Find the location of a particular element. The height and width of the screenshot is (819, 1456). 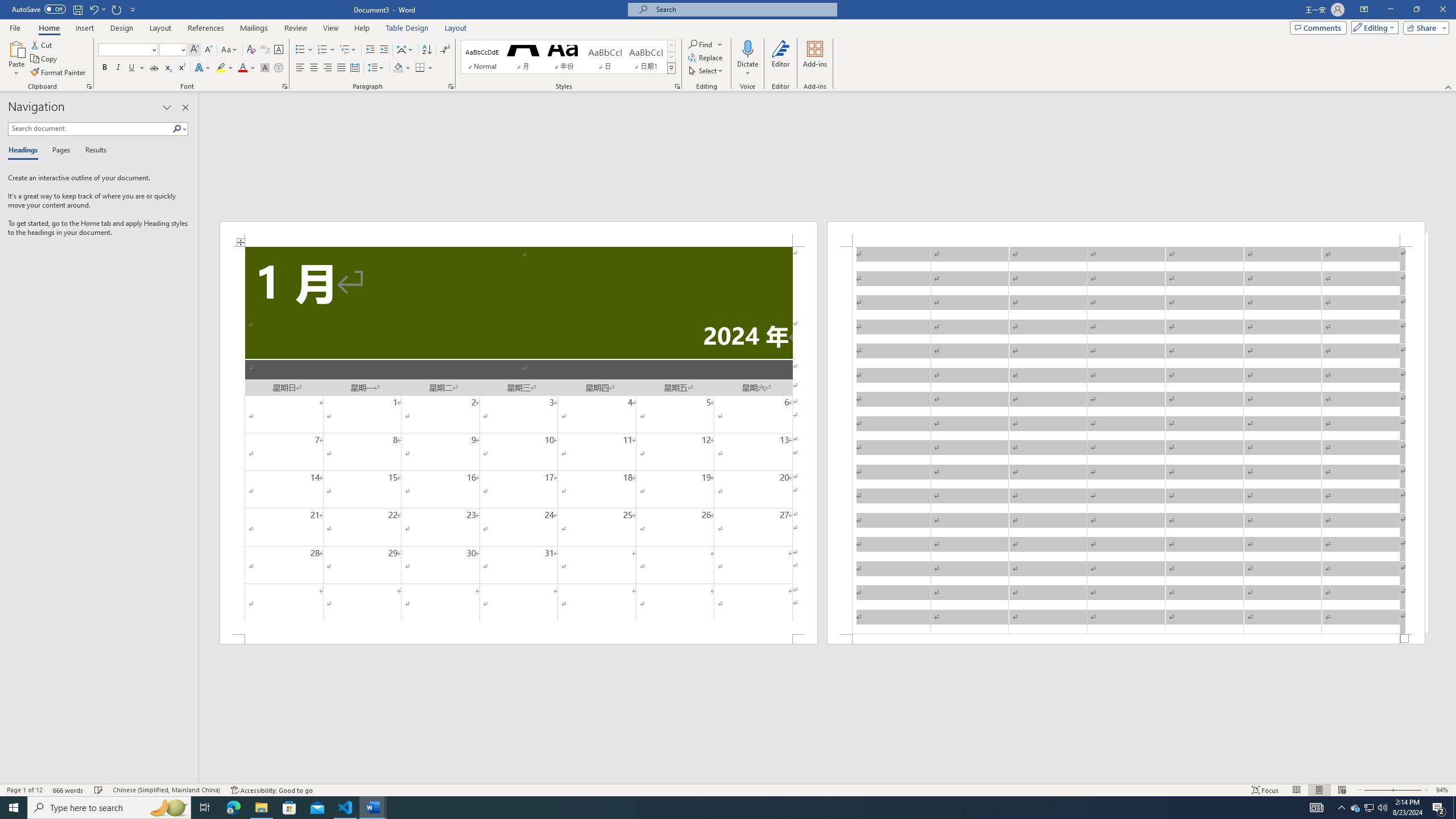

'Undo Grow Font' is located at coordinates (93, 9).